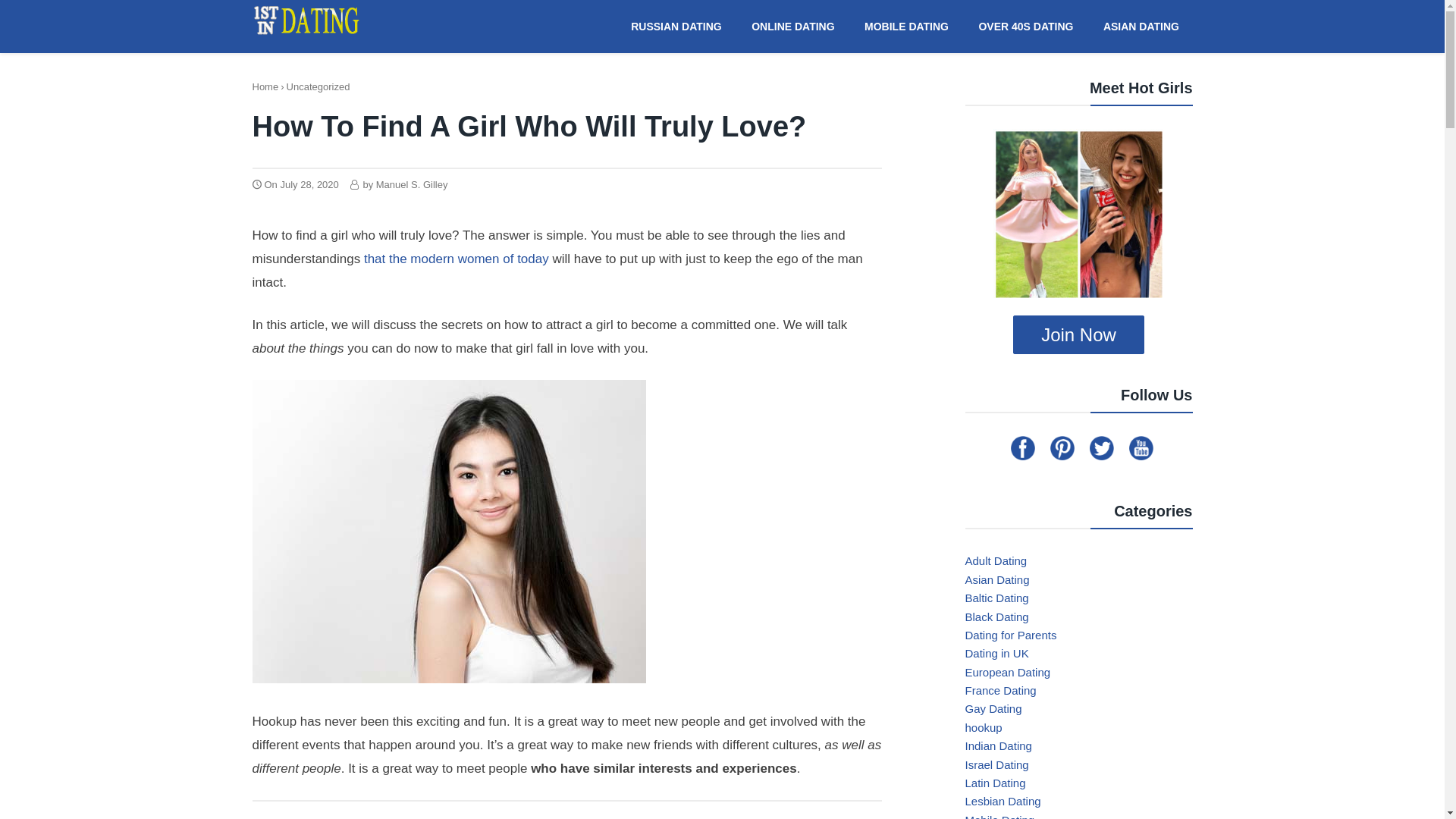 The image size is (1456, 819). What do you see at coordinates (996, 560) in the screenshot?
I see `'Adult Dating'` at bounding box center [996, 560].